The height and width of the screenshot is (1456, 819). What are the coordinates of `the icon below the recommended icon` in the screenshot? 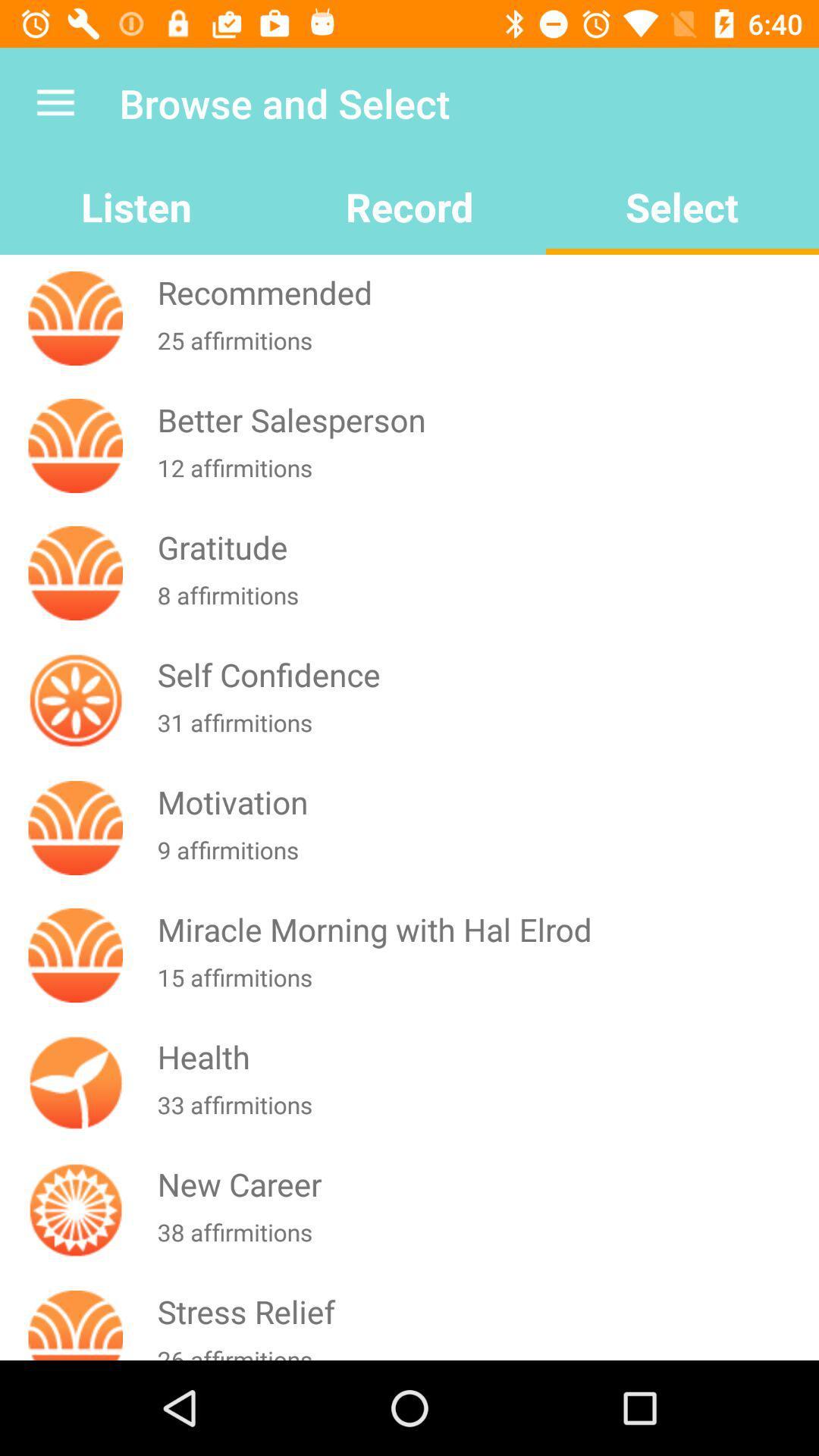 It's located at (485, 349).